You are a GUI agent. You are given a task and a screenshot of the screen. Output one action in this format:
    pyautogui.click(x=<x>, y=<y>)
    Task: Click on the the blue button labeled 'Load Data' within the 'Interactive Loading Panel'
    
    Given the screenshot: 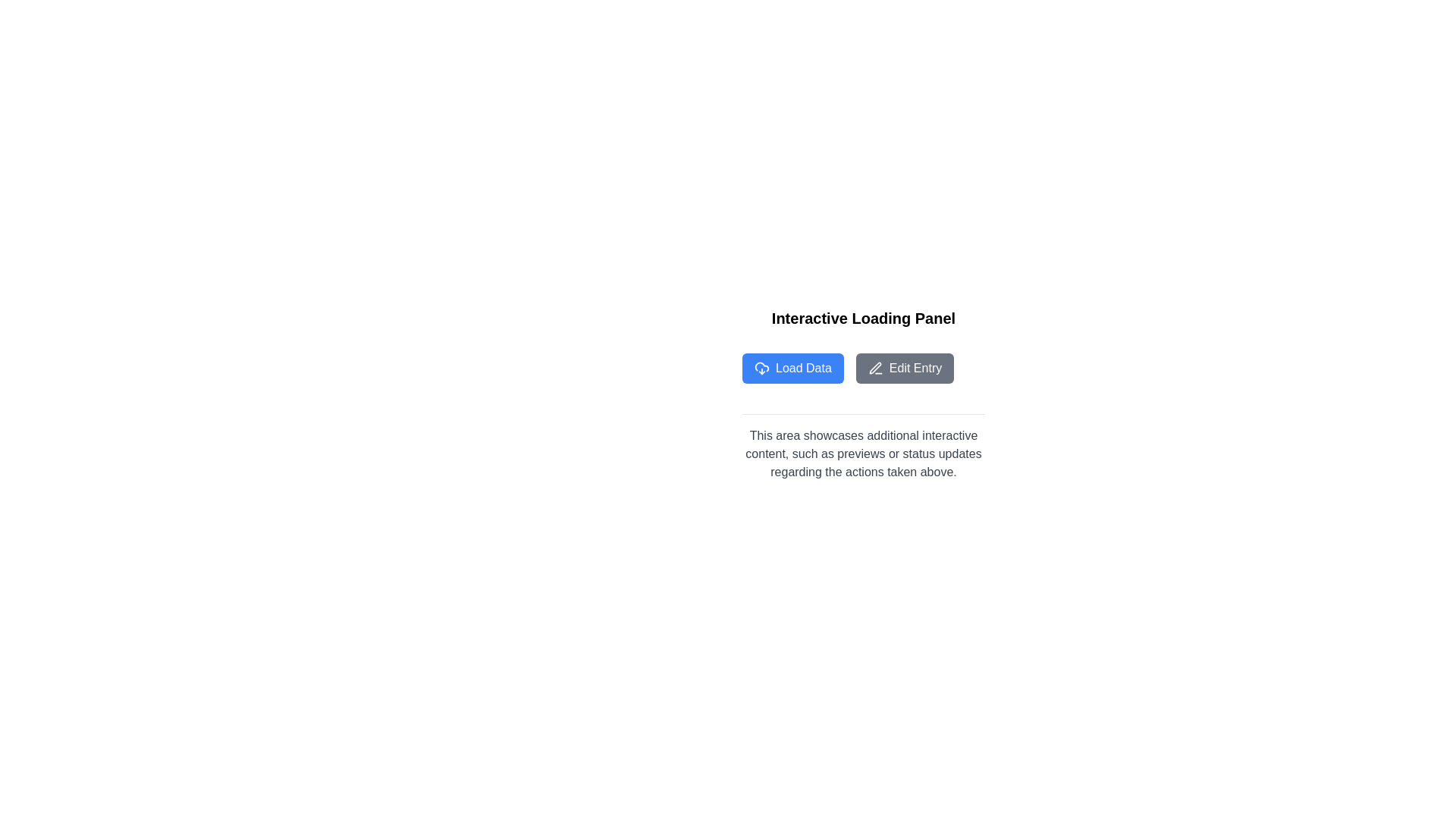 What is the action you would take?
    pyautogui.click(x=863, y=369)
    